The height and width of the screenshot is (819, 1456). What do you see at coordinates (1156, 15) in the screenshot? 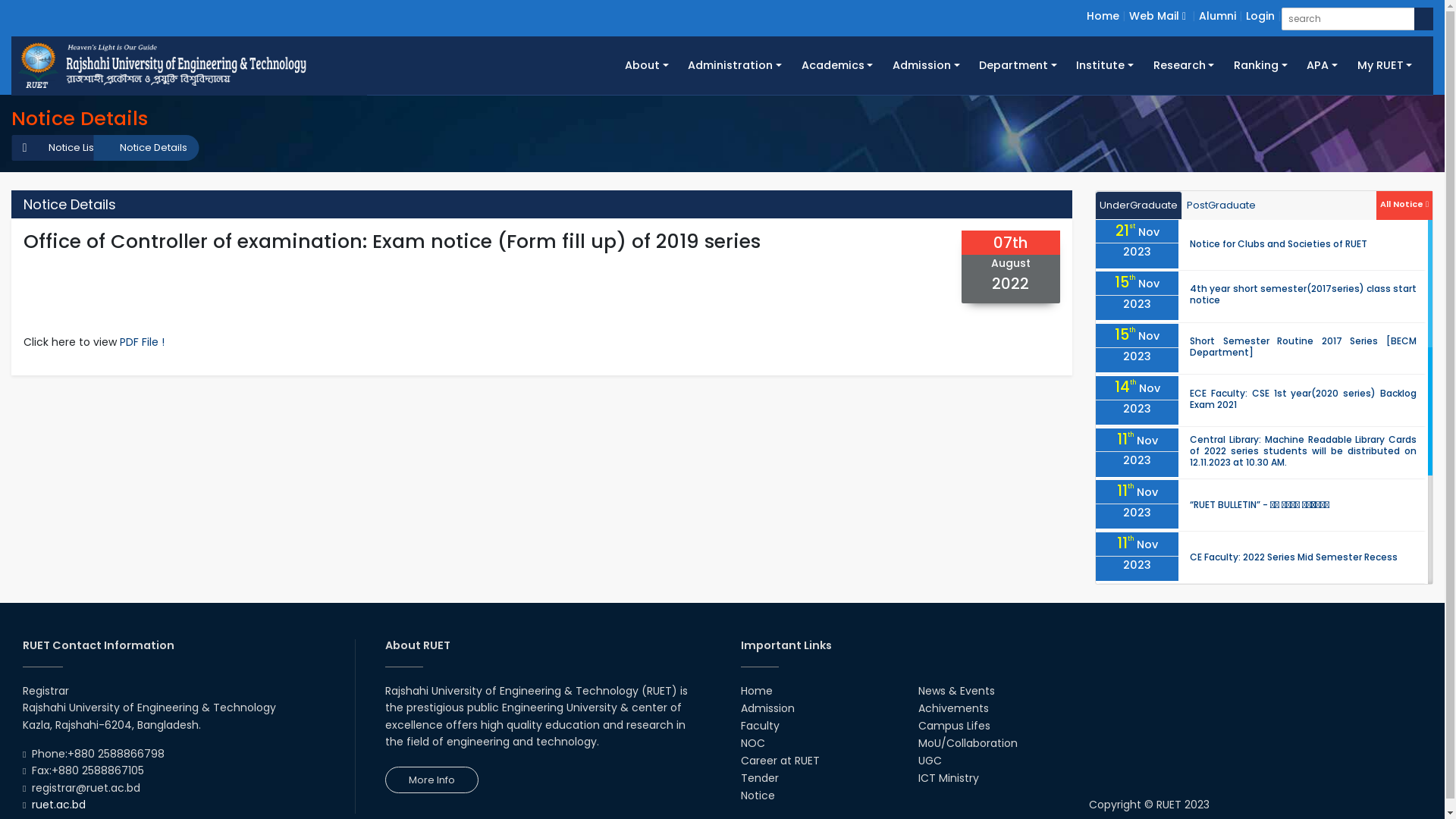
I see `'Web Mail'` at bounding box center [1156, 15].